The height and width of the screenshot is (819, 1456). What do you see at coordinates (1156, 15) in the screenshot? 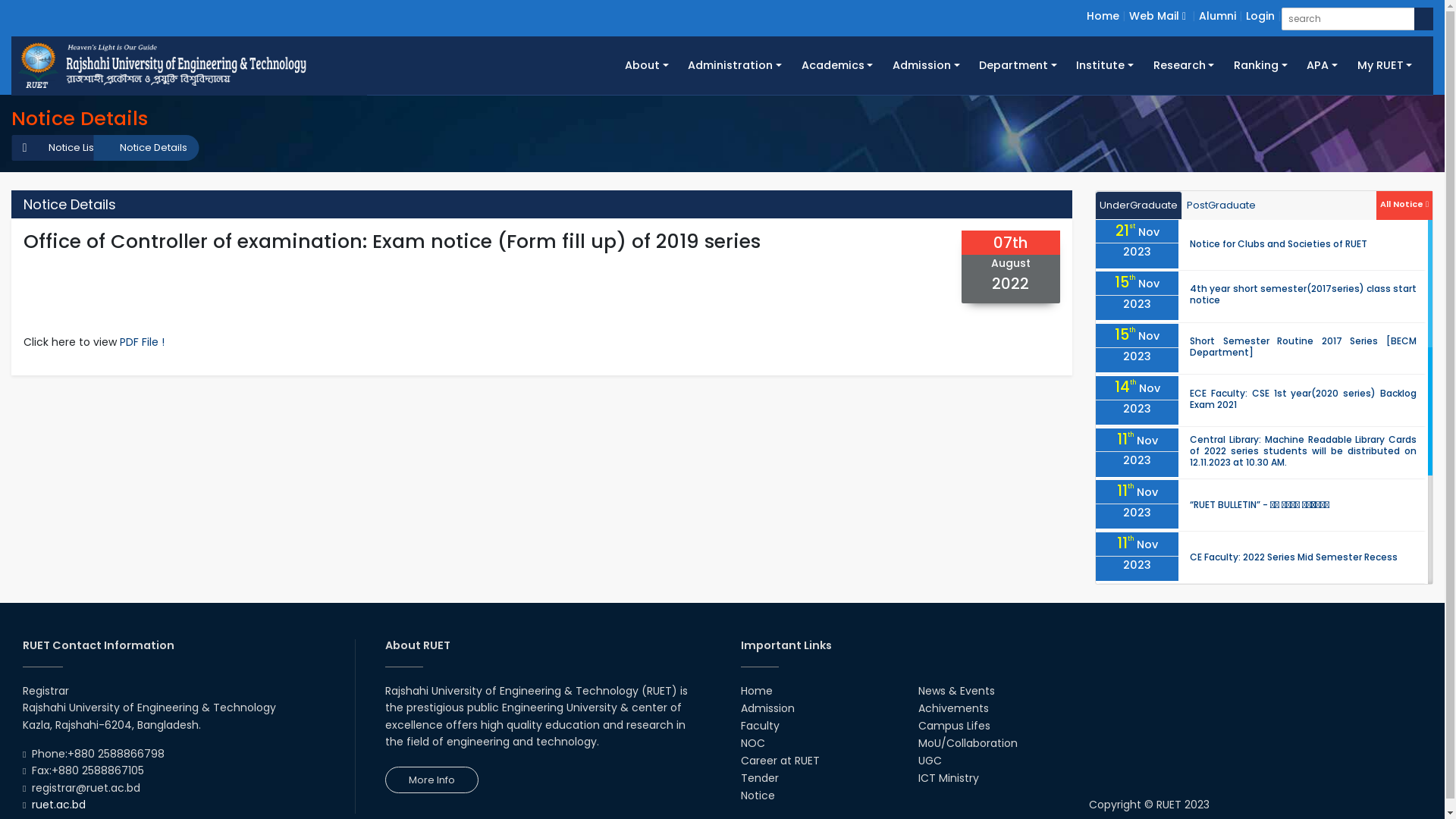
I see `'Web Mail'` at bounding box center [1156, 15].